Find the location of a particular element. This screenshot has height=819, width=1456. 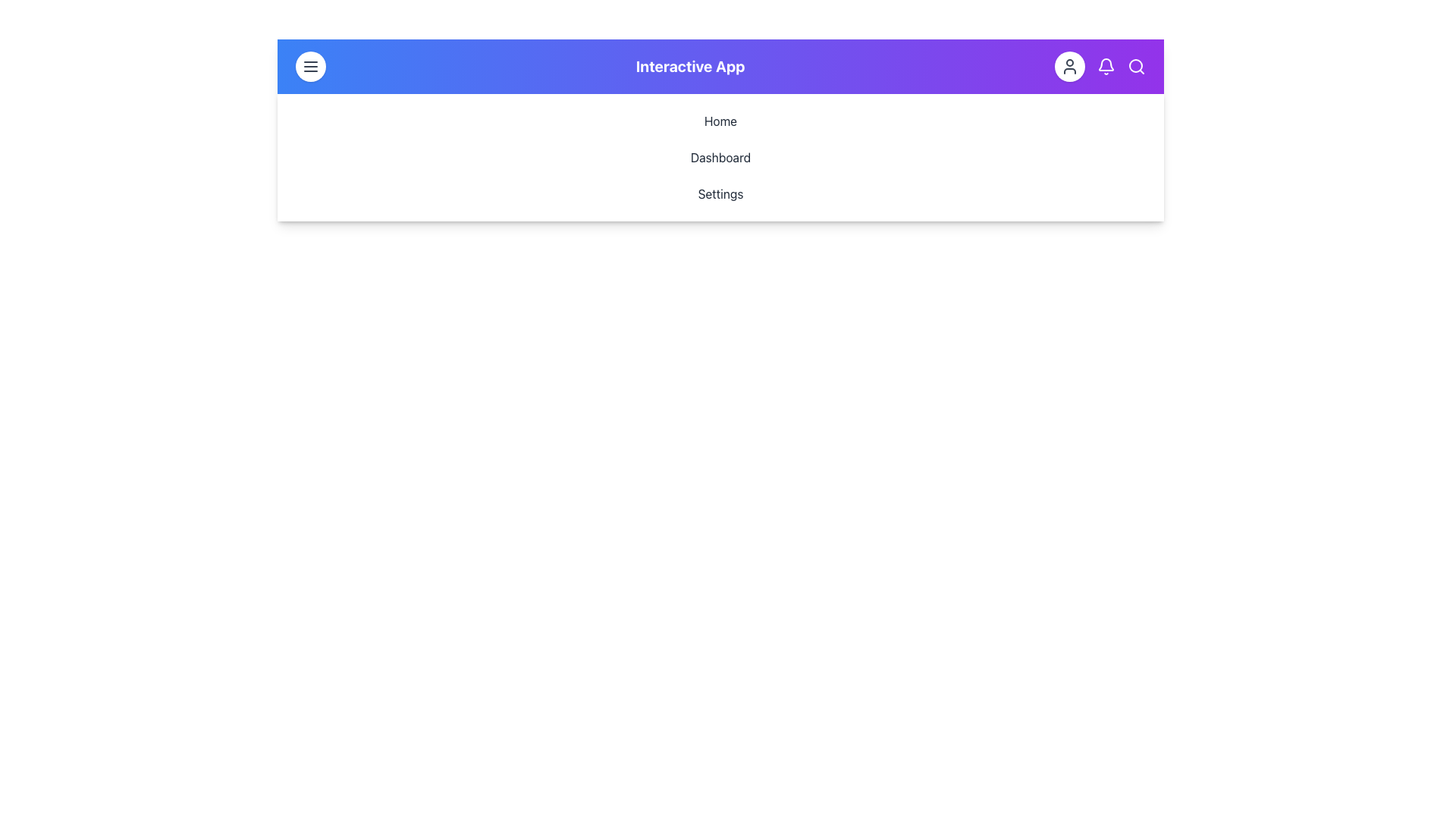

the static text element that serves as the title or branding for the application, located centrally on the navigation bar is located at coordinates (689, 66).